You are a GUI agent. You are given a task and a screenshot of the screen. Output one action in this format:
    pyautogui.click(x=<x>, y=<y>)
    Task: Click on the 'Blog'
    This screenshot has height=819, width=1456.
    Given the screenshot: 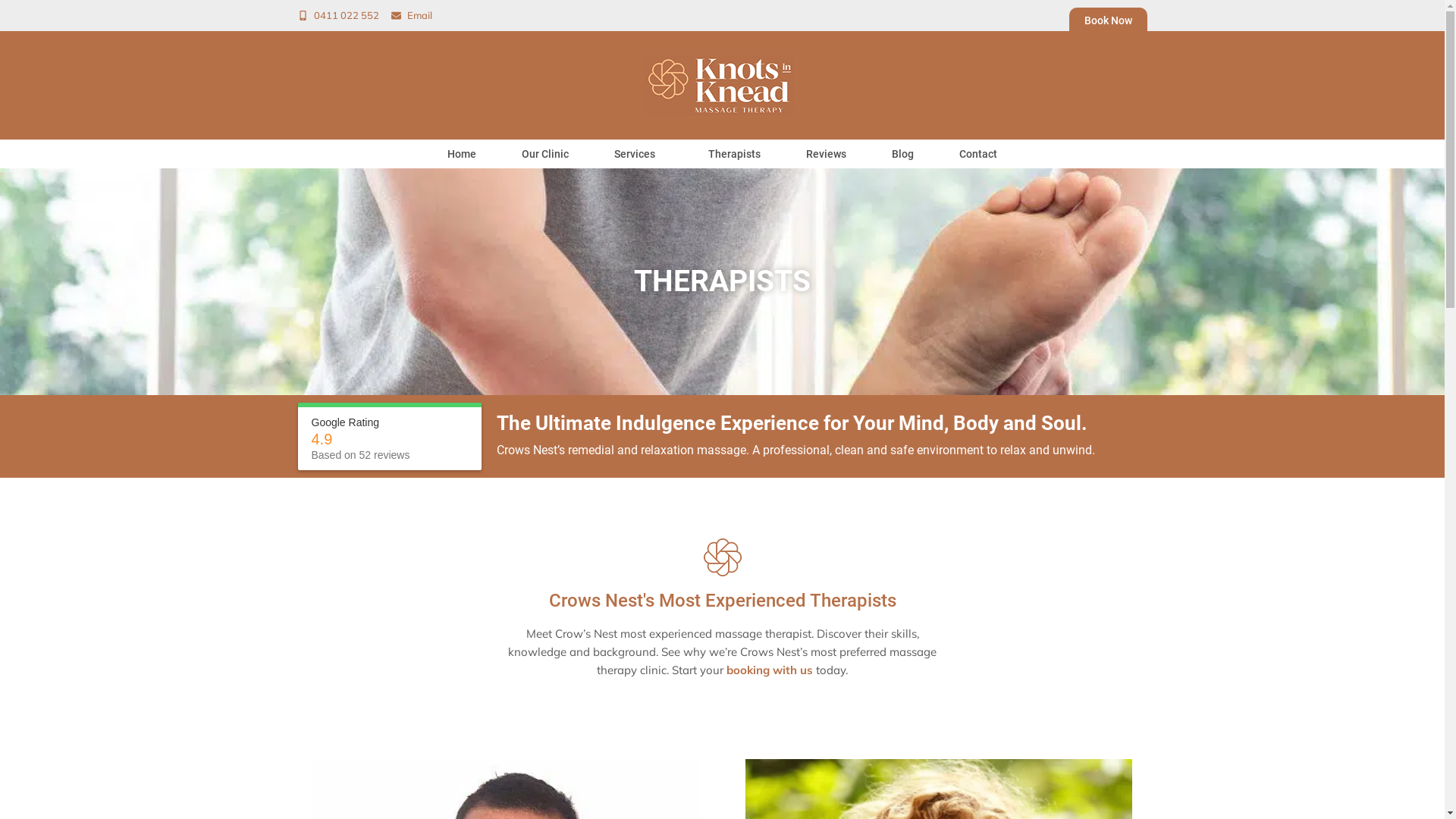 What is the action you would take?
    pyautogui.click(x=869, y=154)
    